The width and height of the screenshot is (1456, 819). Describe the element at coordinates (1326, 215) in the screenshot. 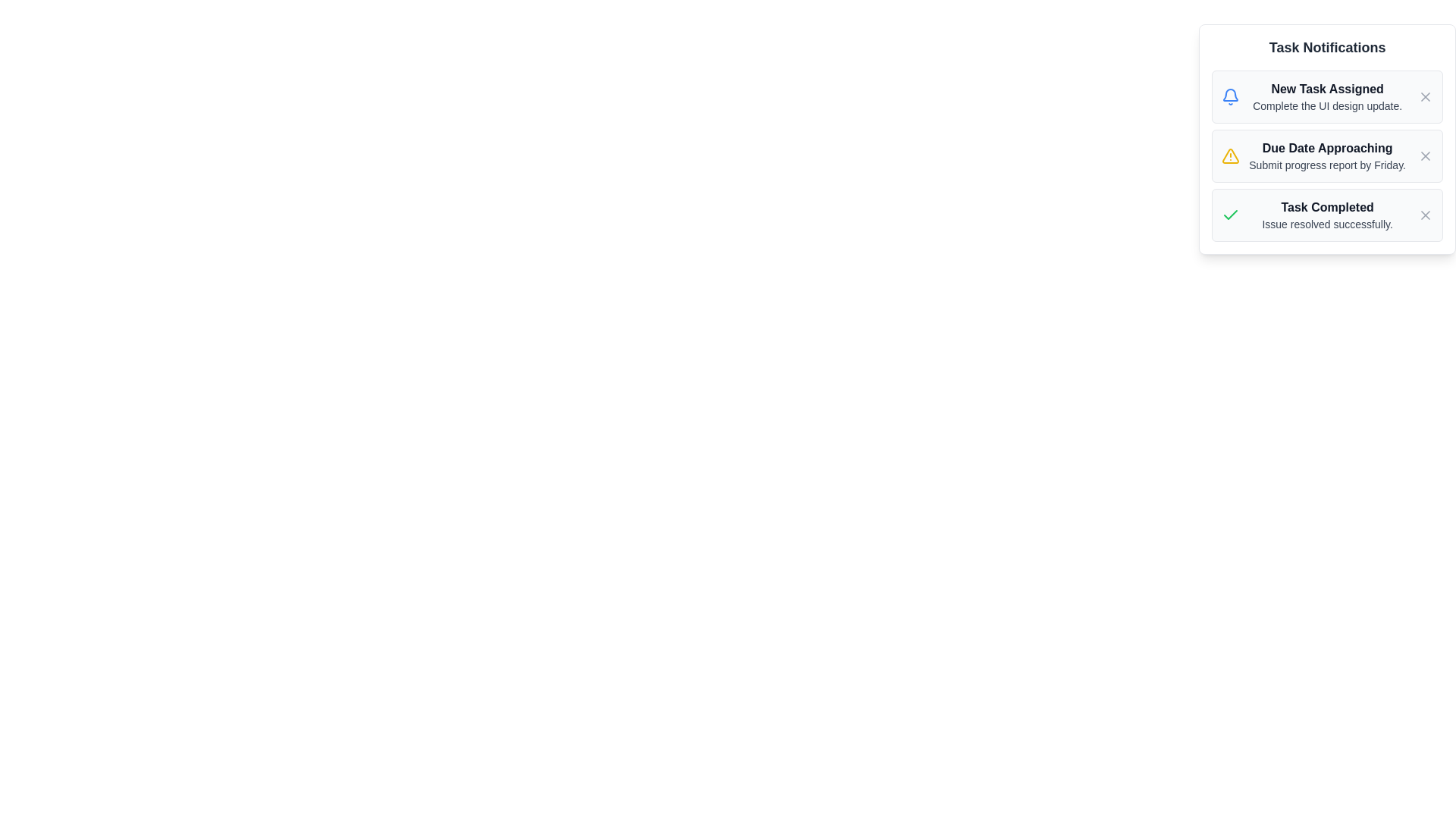

I see `the Notification card that indicates the successful completion of a task, which is the third notification in the list` at that location.